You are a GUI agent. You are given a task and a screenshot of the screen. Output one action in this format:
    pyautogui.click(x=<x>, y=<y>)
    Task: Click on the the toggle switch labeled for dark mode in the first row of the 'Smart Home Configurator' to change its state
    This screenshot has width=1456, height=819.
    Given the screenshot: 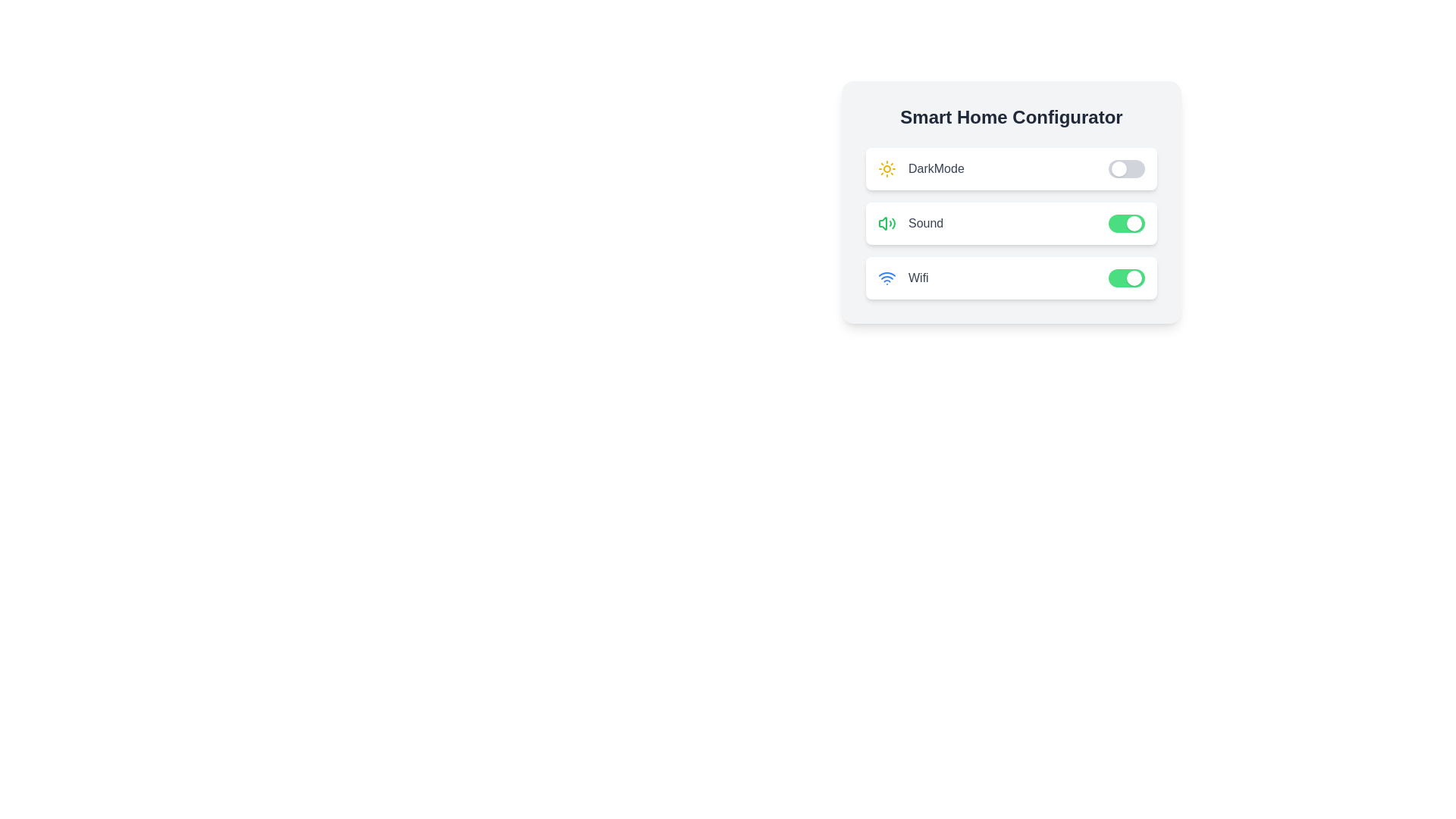 What is the action you would take?
    pyautogui.click(x=1012, y=169)
    